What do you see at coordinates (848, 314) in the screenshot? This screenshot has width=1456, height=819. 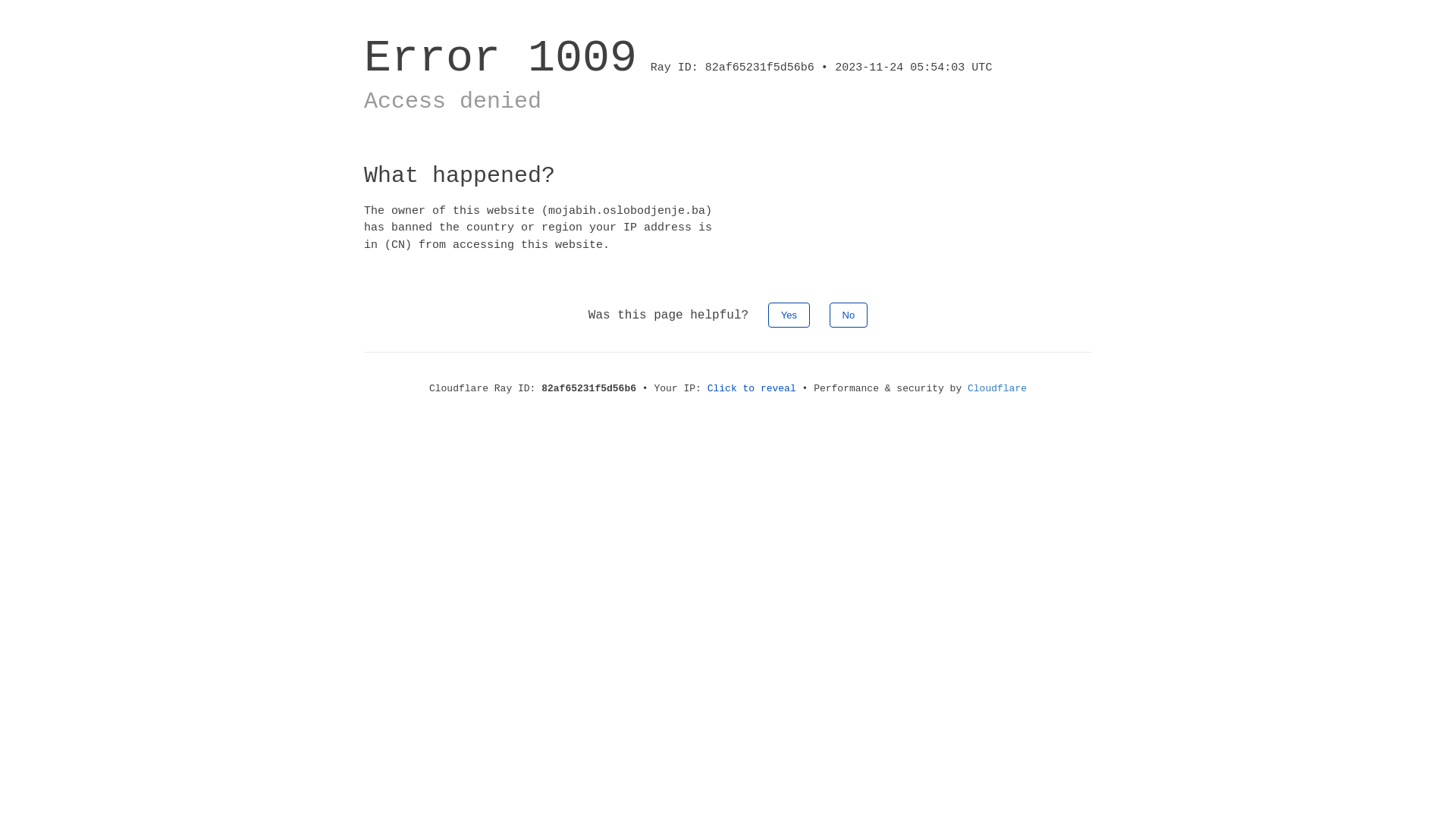 I see `'No'` at bounding box center [848, 314].